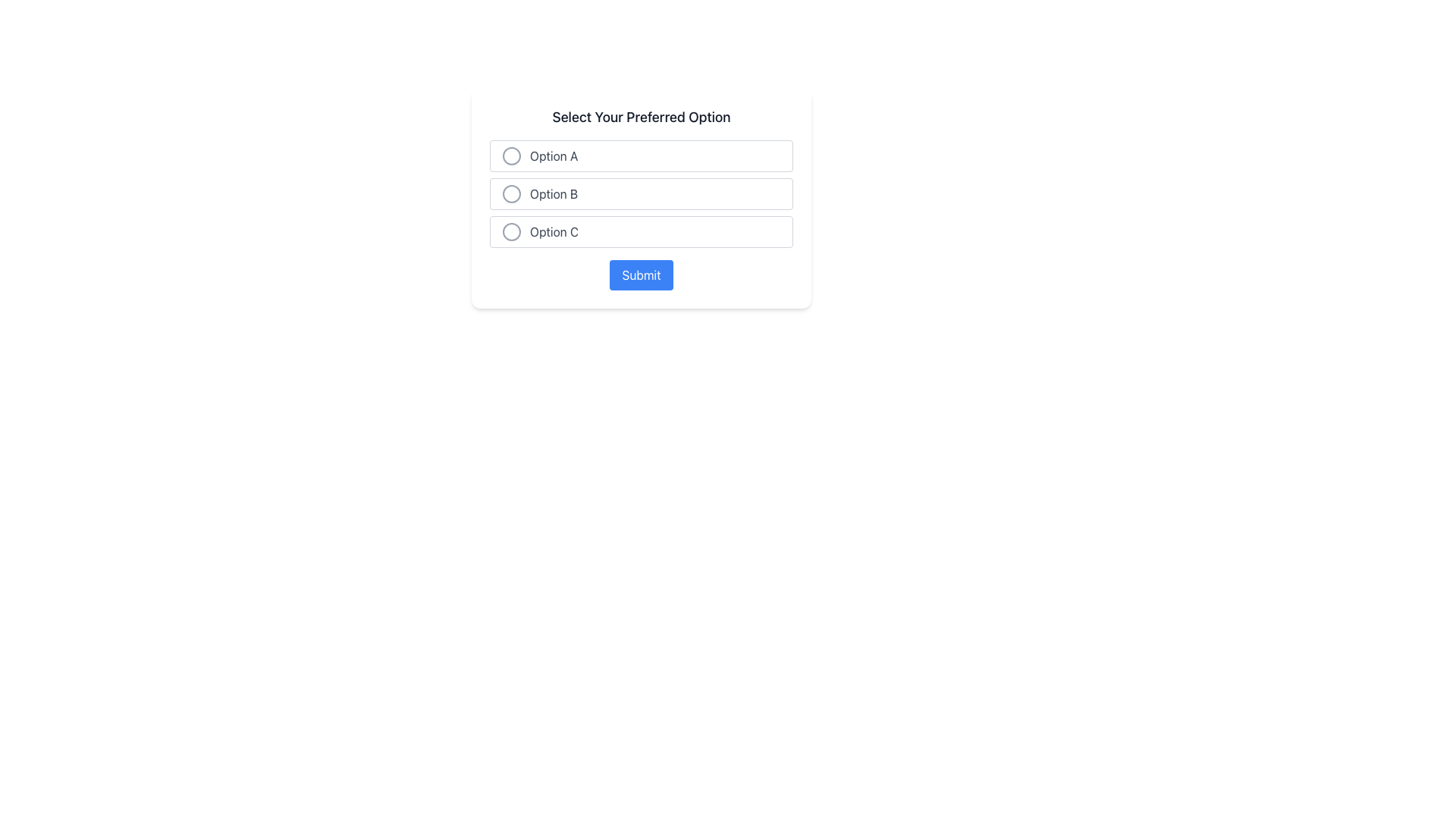 The height and width of the screenshot is (819, 1456). I want to click on the first radio button option labeled 'Option A' by navigating via keyboard, so click(641, 155).